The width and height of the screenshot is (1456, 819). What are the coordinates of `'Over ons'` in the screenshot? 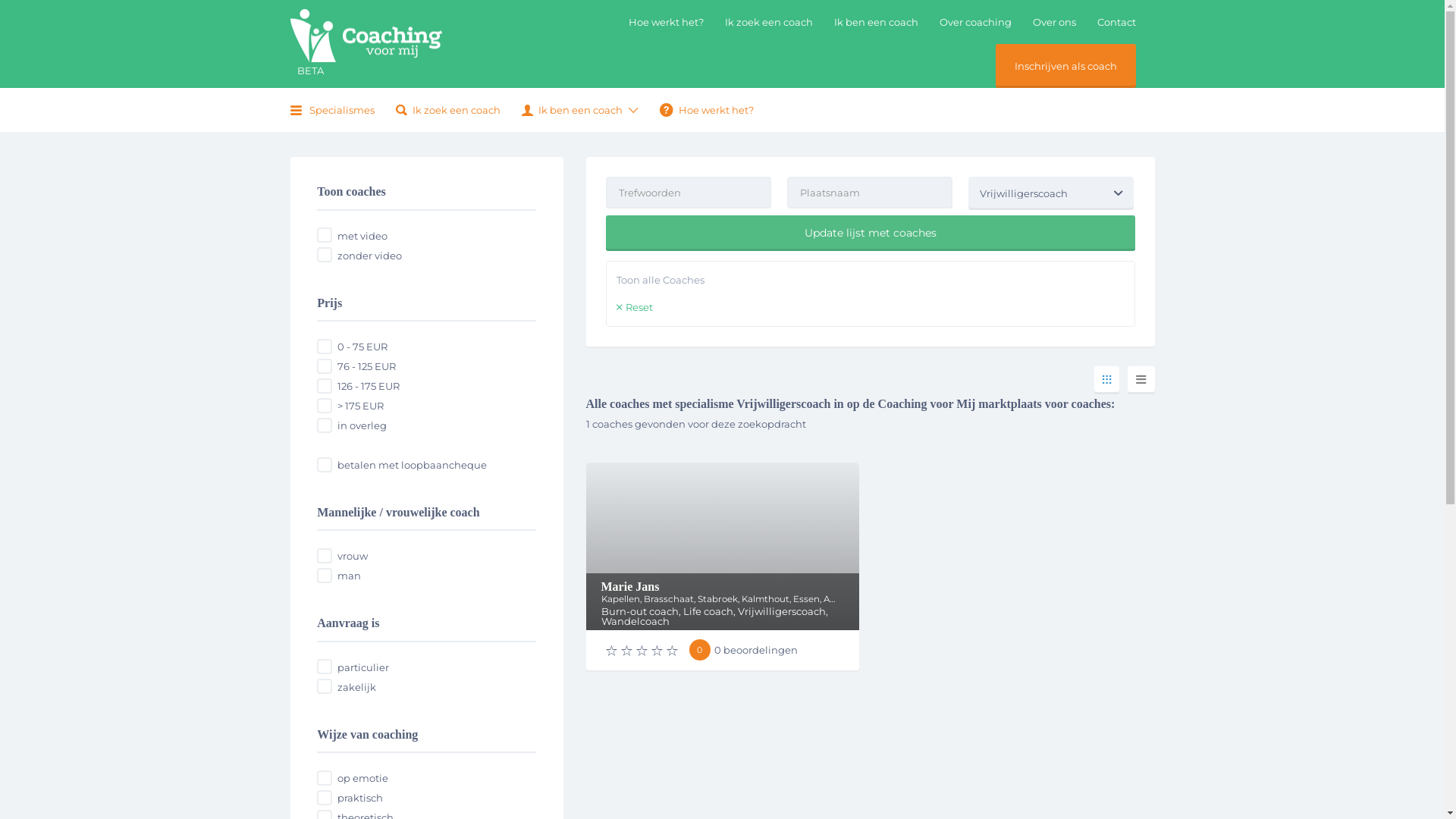 It's located at (1053, 22).